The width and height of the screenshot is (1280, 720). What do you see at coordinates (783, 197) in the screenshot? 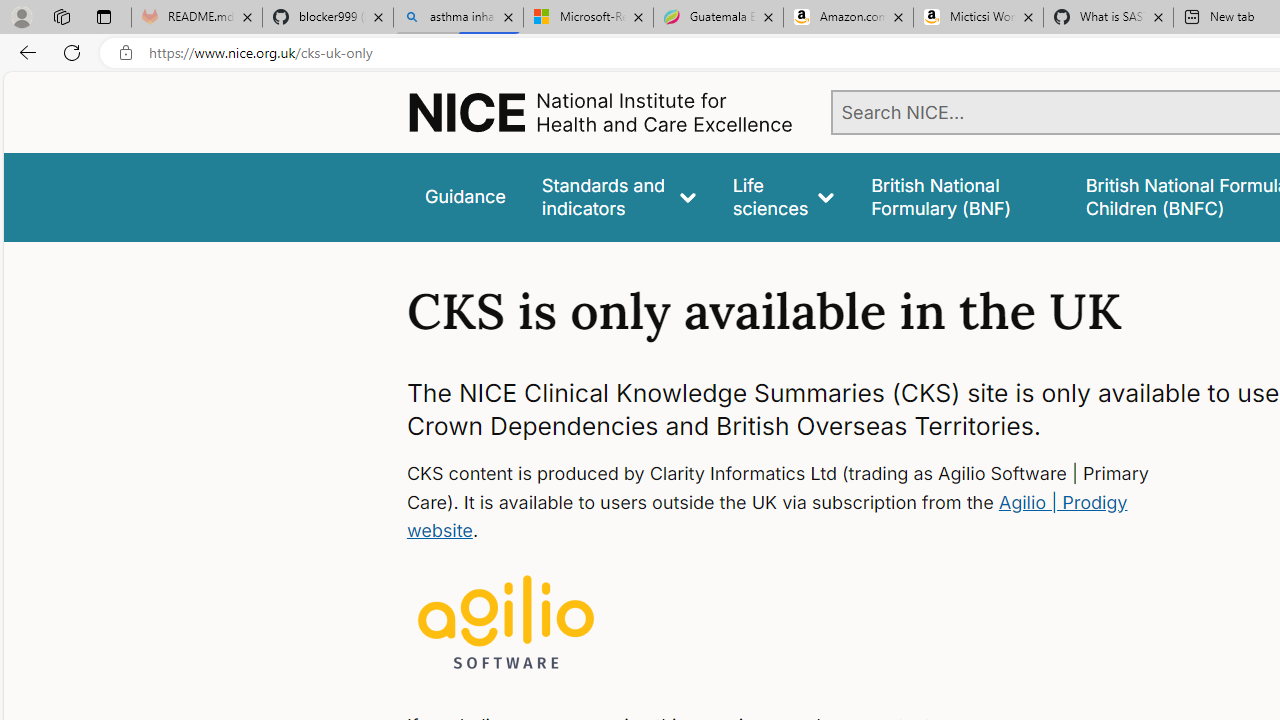
I see `'Life sciences'` at bounding box center [783, 197].